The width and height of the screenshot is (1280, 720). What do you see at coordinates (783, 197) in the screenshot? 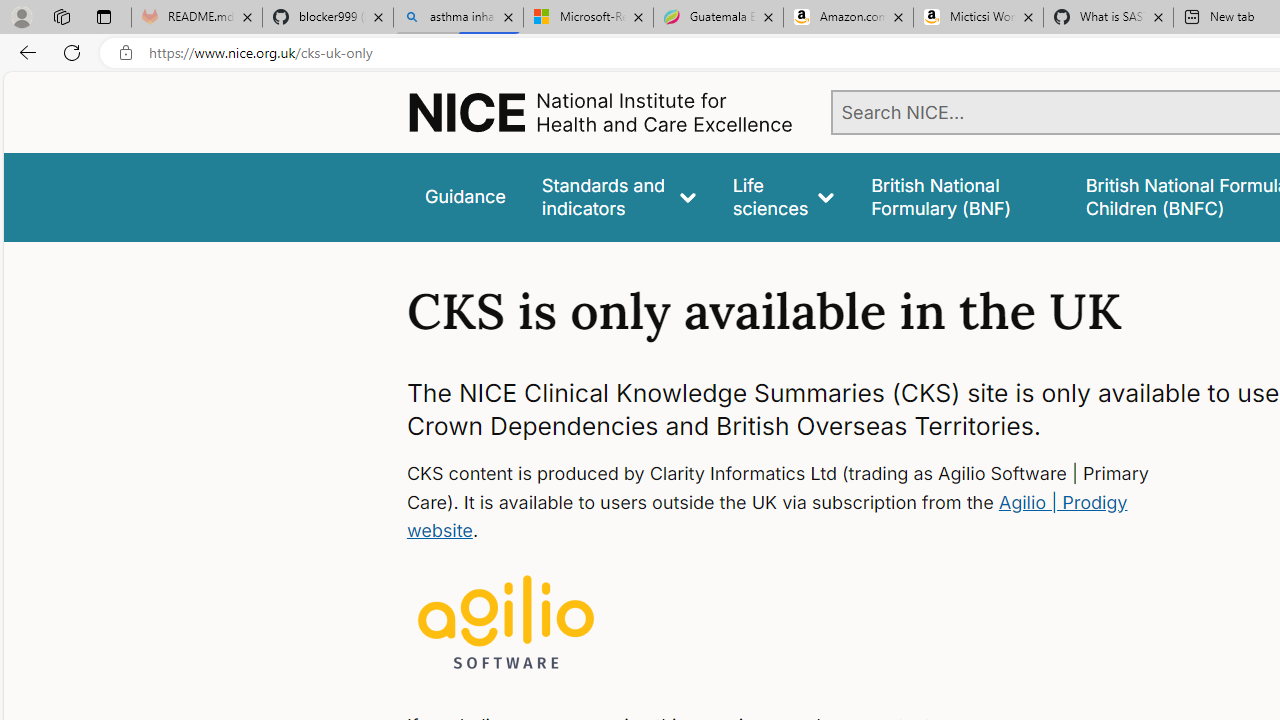
I see `'Life sciences'` at bounding box center [783, 197].